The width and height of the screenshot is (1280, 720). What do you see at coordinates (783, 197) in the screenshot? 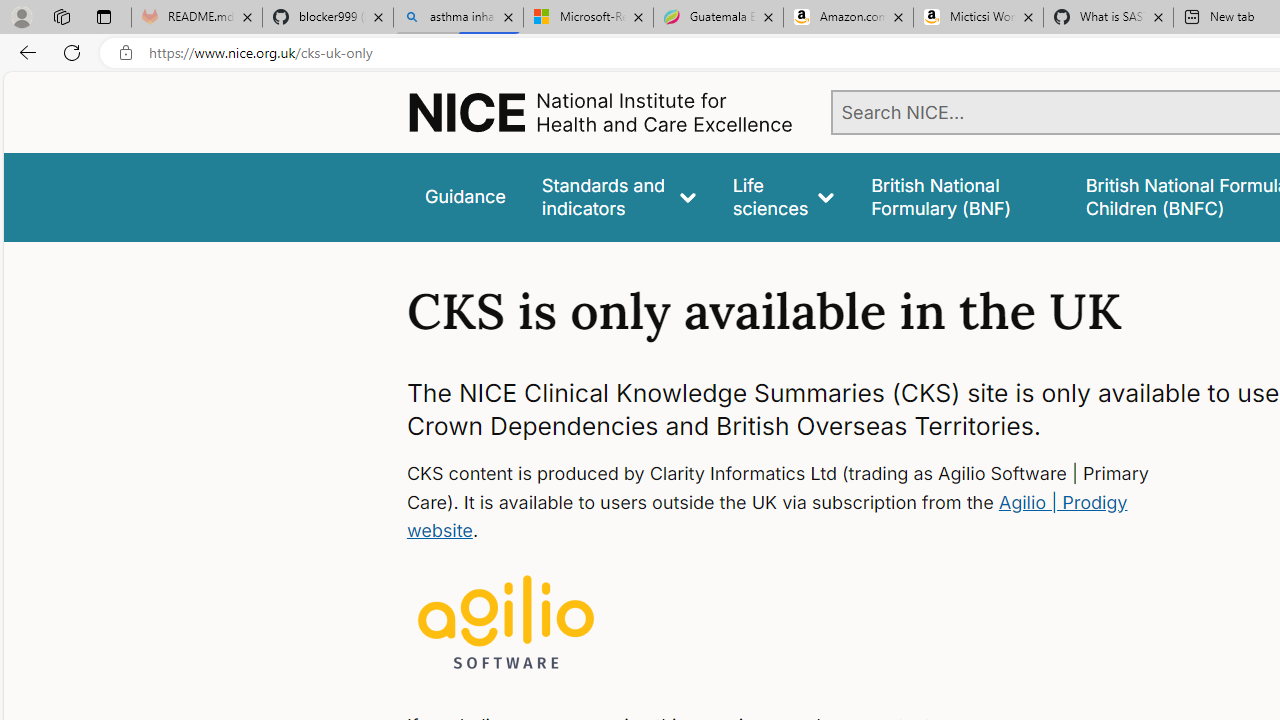
I see `'Life sciences'` at bounding box center [783, 197].